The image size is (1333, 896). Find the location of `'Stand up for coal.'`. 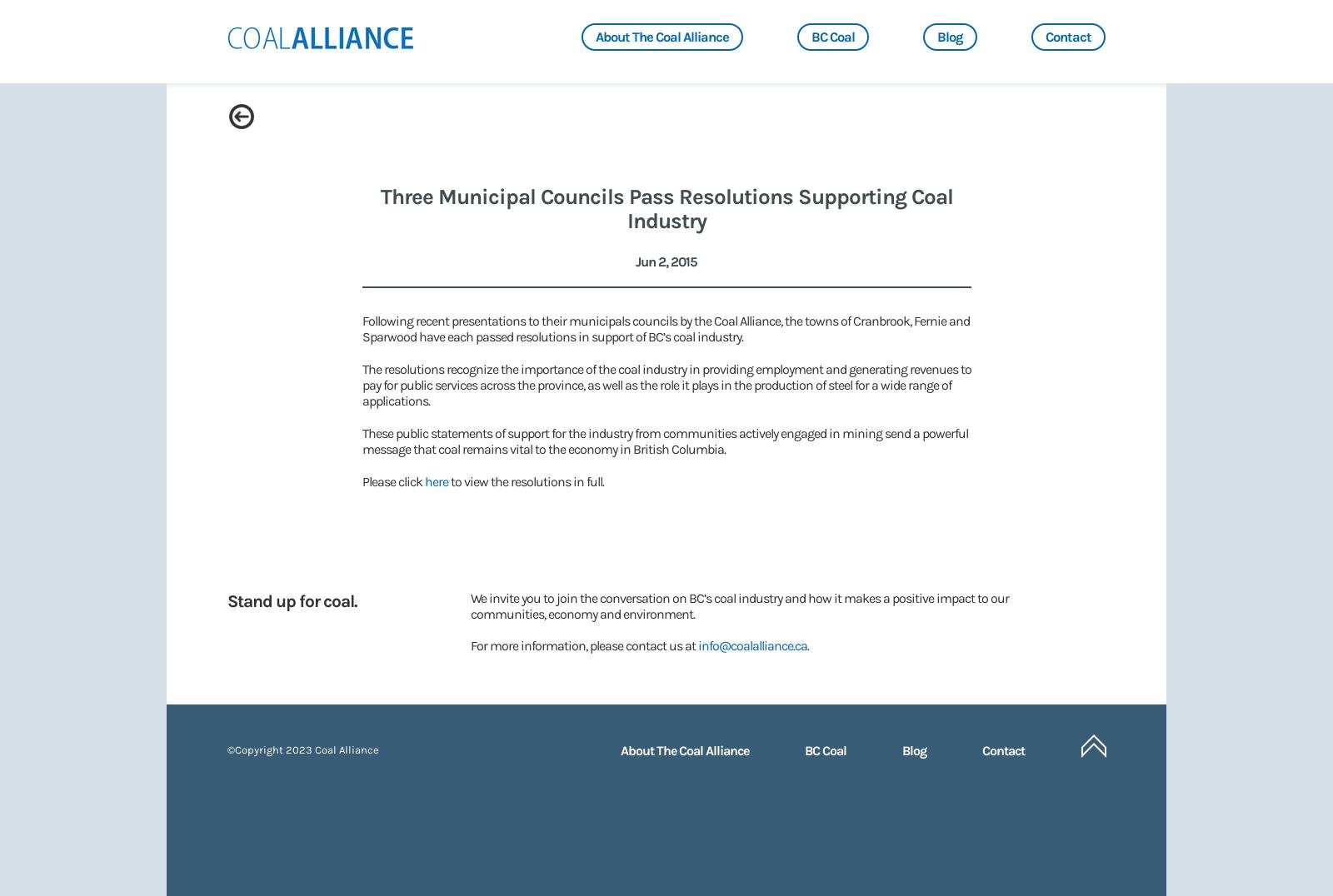

'Stand up for coal.' is located at coordinates (292, 600).